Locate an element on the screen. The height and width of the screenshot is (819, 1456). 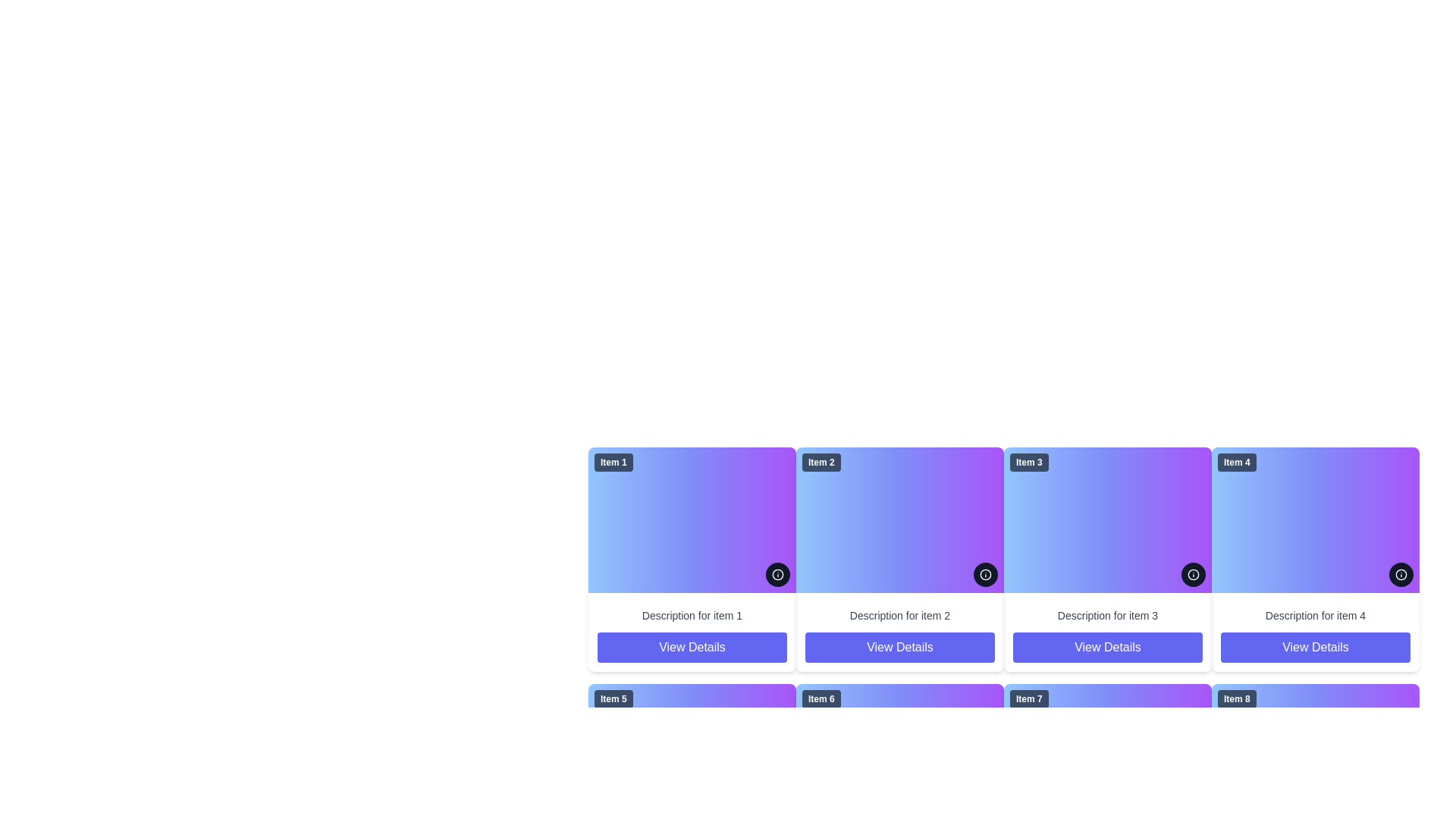
the button located at the bottom of the 'Item 2' card is located at coordinates (899, 647).